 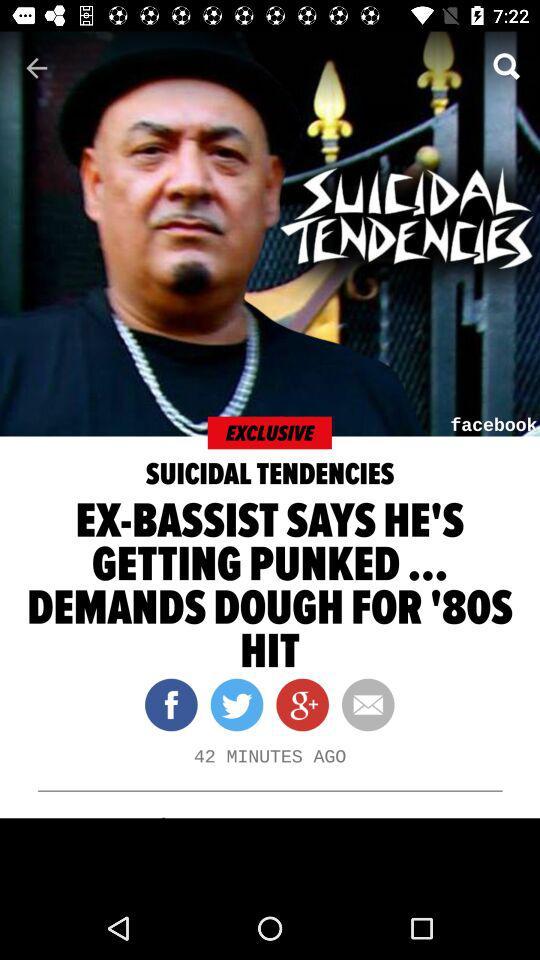 I want to click on the email icon, so click(x=360, y=705).